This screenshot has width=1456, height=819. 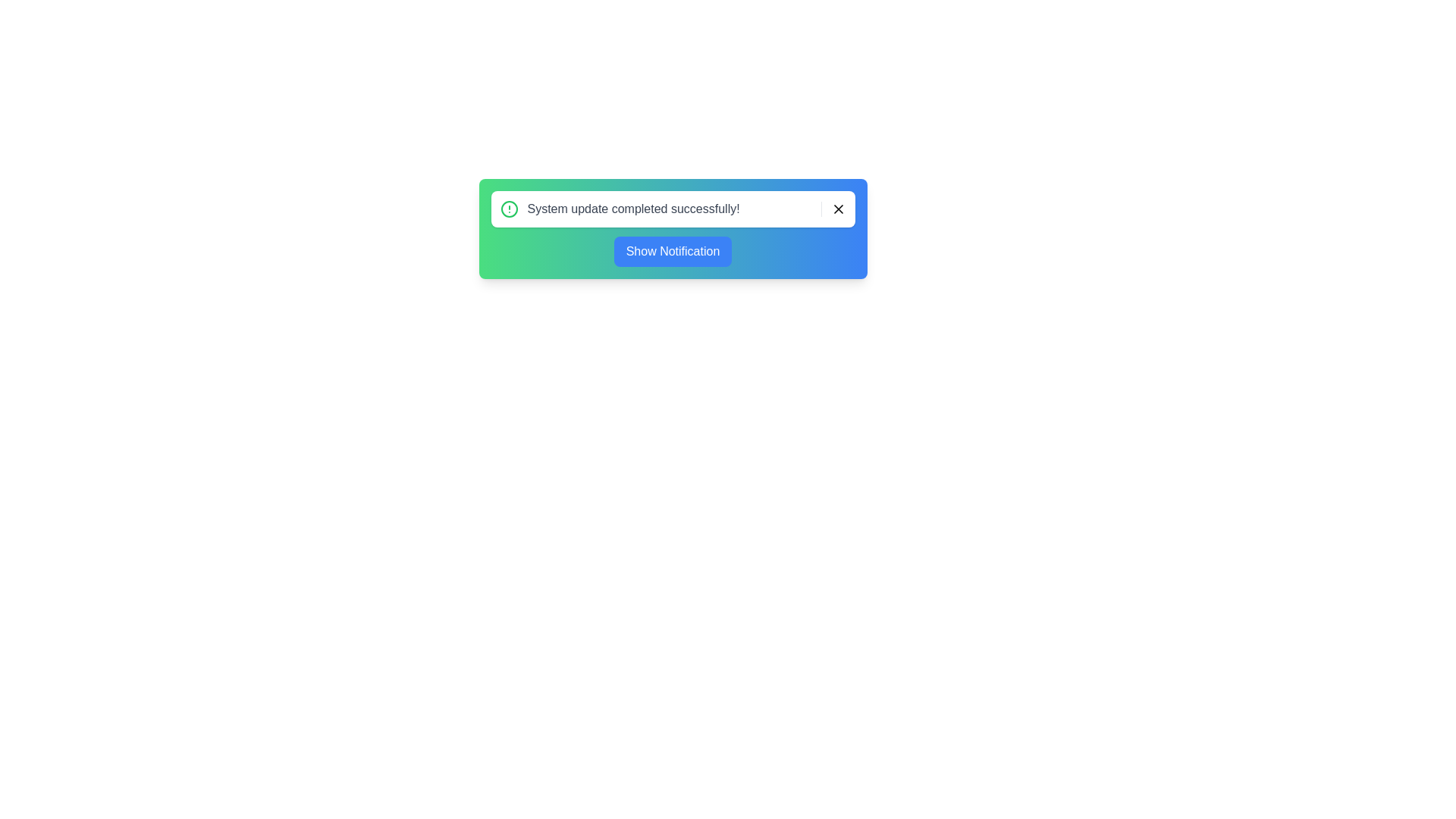 What do you see at coordinates (833, 209) in the screenshot?
I see `the dismiss button located on the far right side of the notification alert box, which closes the alert when clicked` at bounding box center [833, 209].